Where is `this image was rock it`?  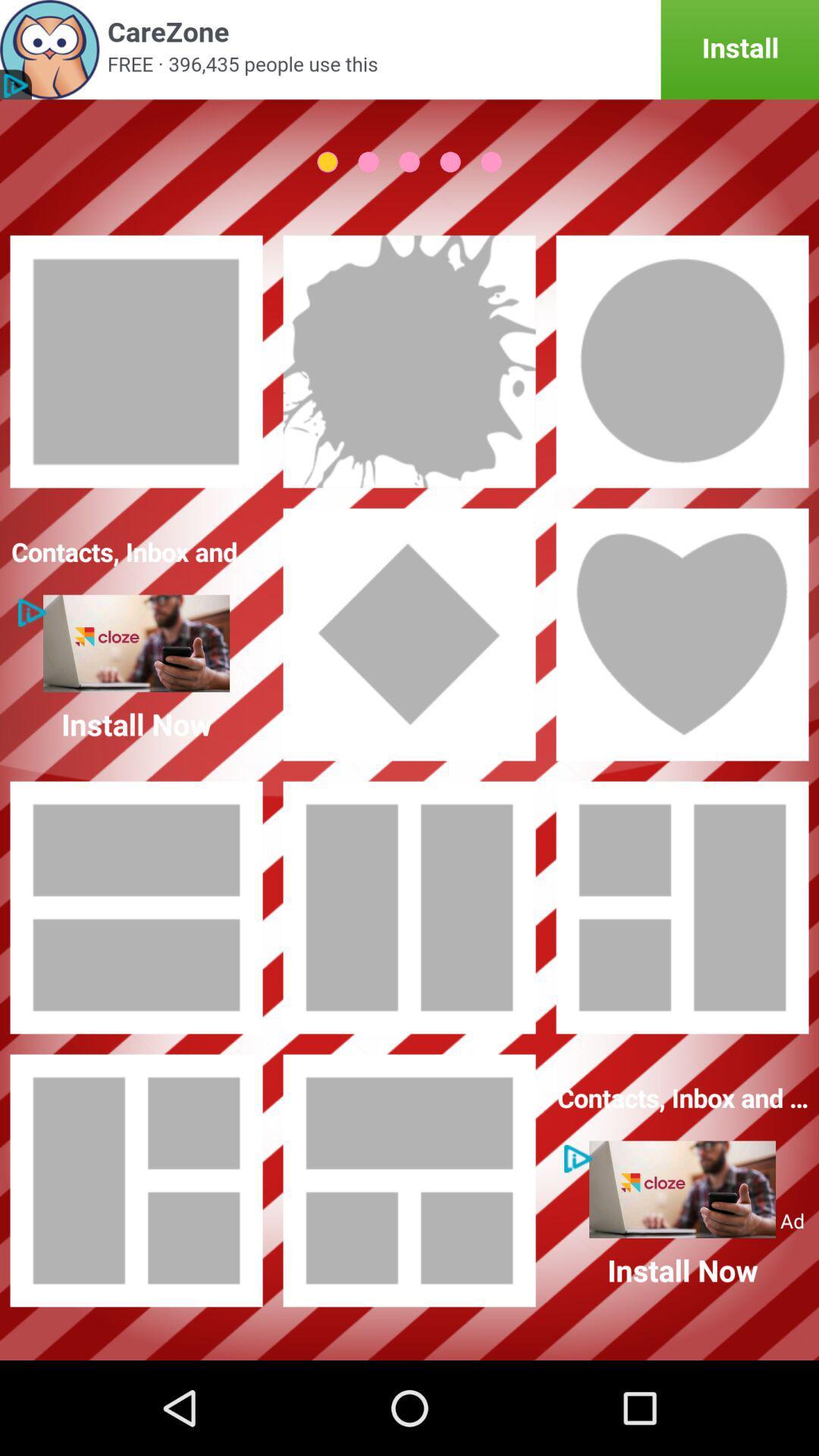
this image was rock it is located at coordinates (409, 360).